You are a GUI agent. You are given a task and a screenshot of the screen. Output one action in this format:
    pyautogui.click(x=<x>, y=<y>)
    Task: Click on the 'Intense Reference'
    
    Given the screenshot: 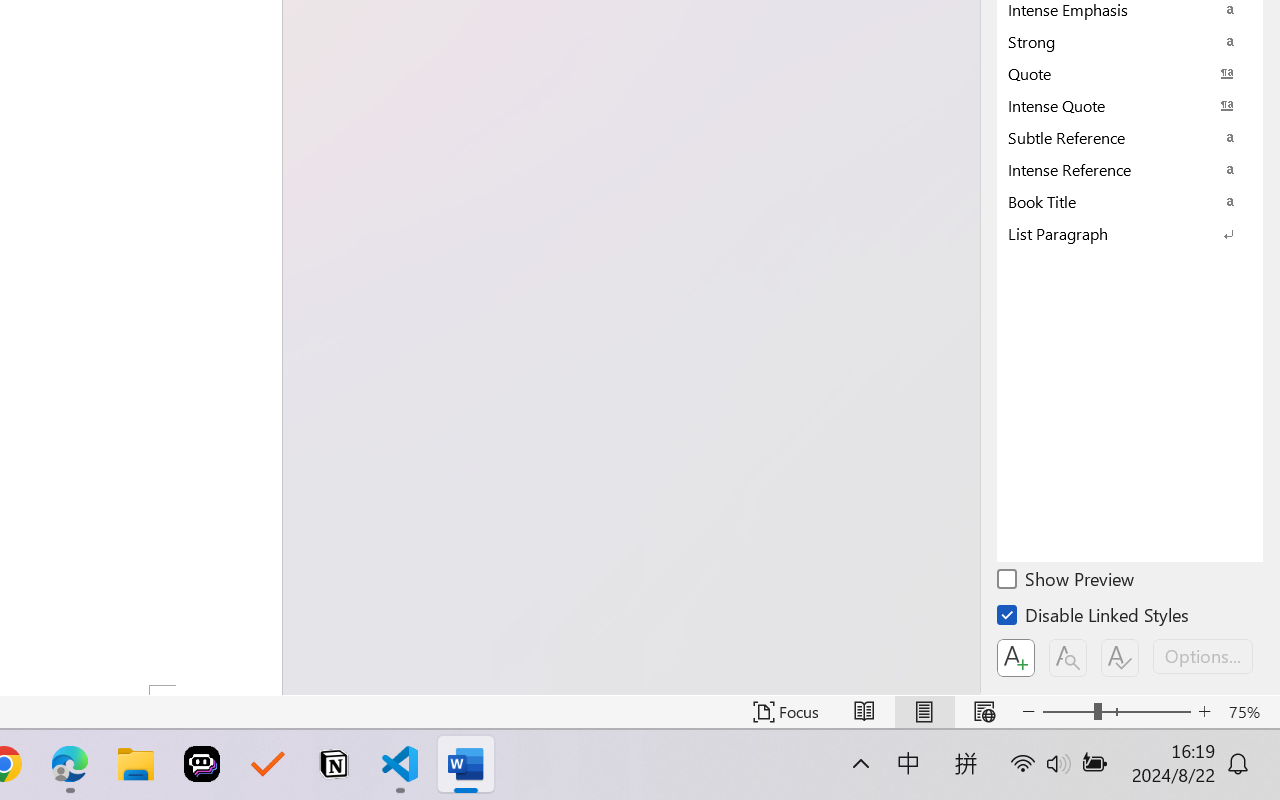 What is the action you would take?
    pyautogui.click(x=1130, y=168)
    